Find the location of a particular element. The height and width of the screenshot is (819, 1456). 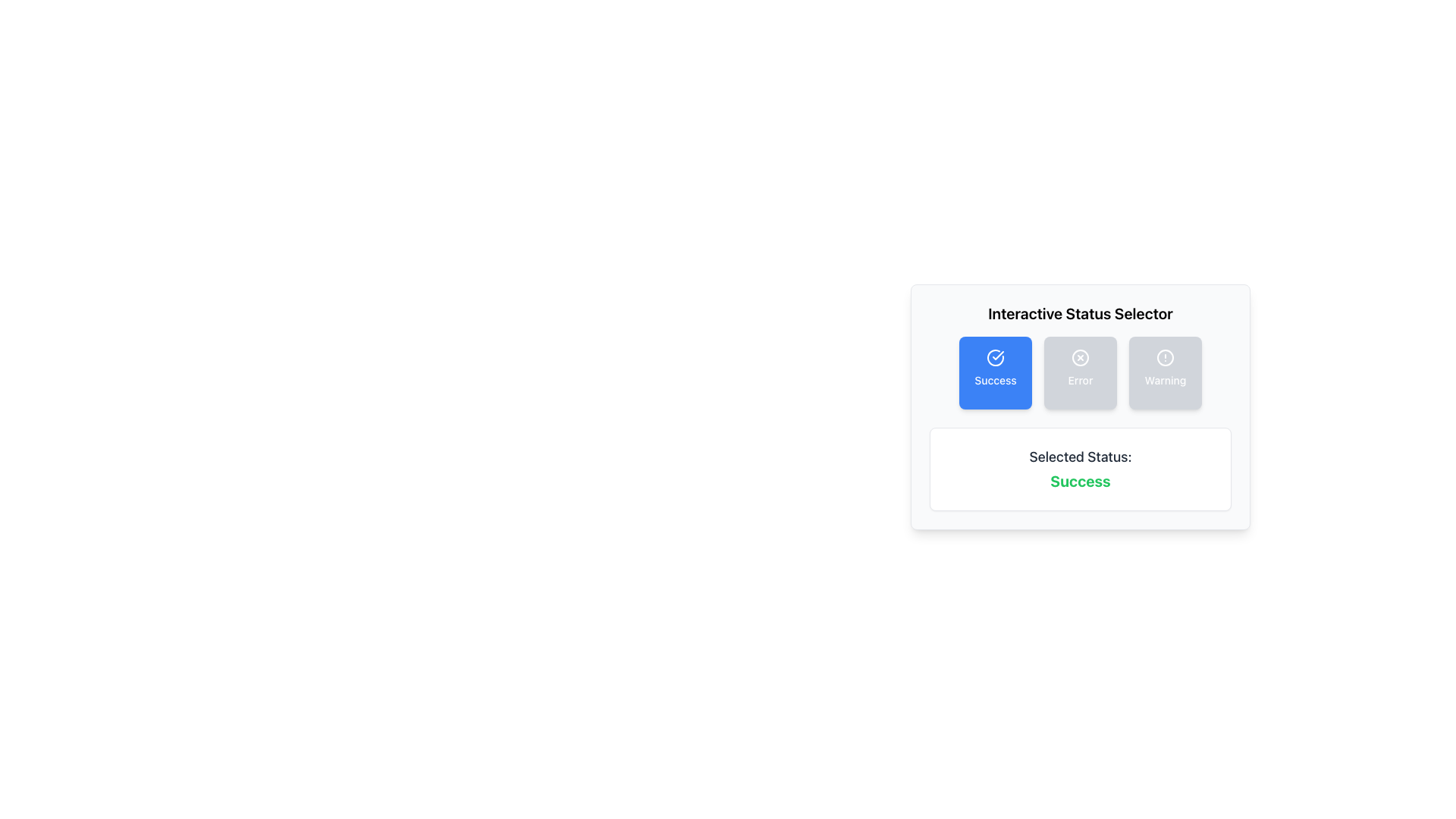

the circular graphical component of the warning indicator in the 'Warning' button, which is located in the 'Interactive Status Selector' component is located at coordinates (1164, 357).